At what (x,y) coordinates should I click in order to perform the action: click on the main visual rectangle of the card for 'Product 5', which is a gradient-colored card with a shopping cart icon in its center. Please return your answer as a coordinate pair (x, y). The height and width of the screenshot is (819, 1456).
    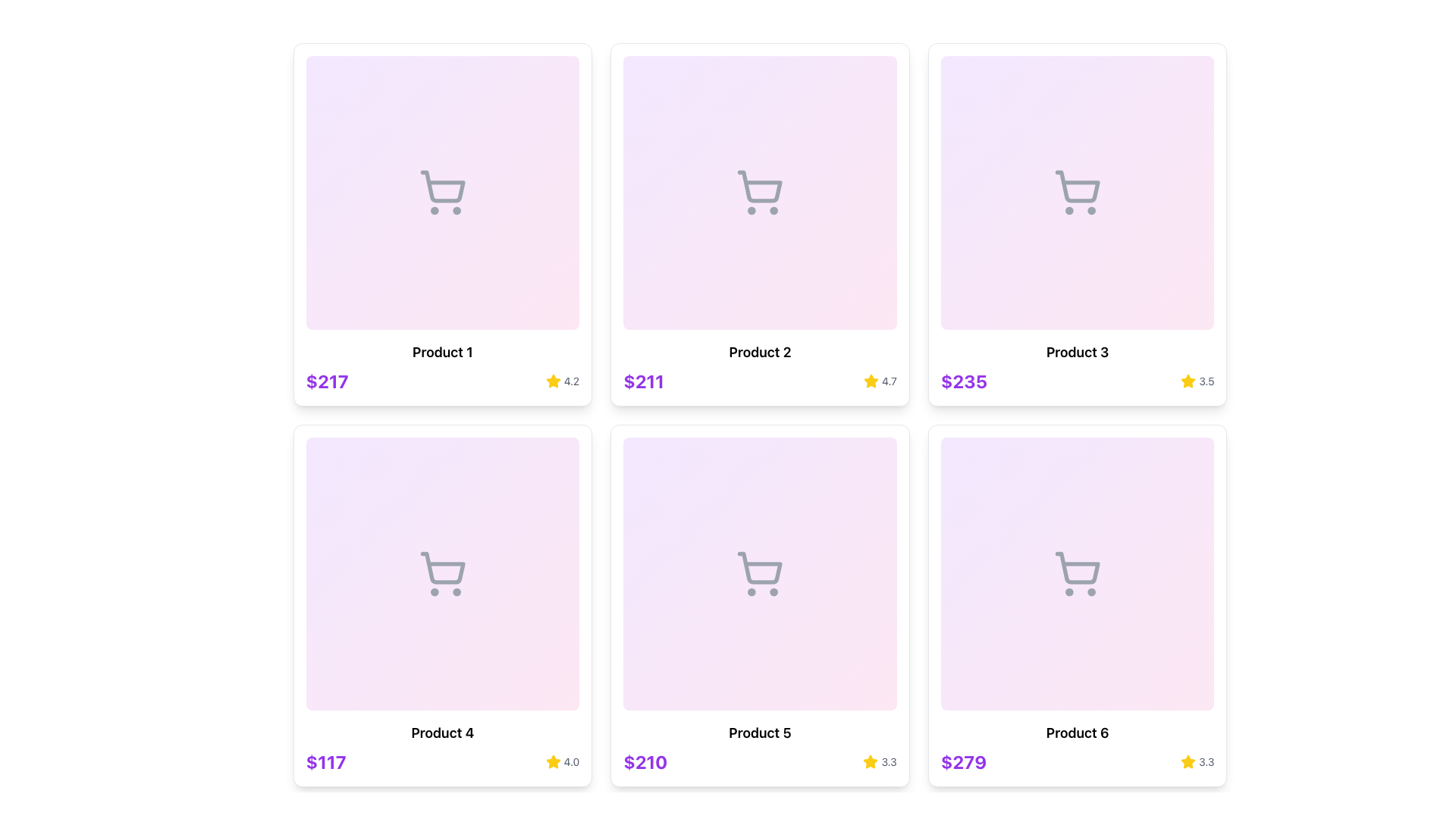
    Looking at the image, I should click on (760, 573).